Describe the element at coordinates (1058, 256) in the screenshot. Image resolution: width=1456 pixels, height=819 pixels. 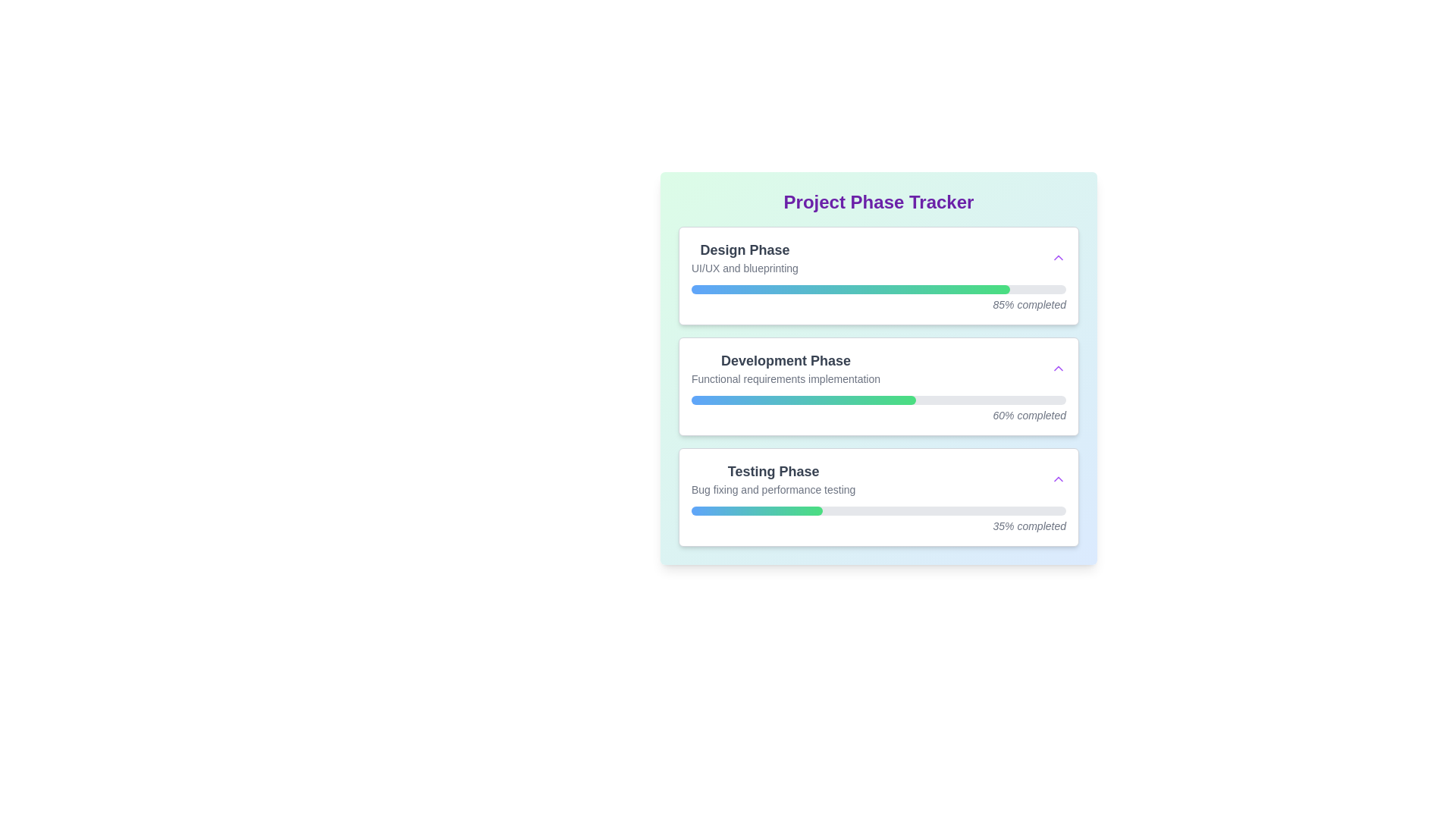
I see `the small chevron-up icon in purple located in the top-right corner of the 'Design Phase' card` at that location.